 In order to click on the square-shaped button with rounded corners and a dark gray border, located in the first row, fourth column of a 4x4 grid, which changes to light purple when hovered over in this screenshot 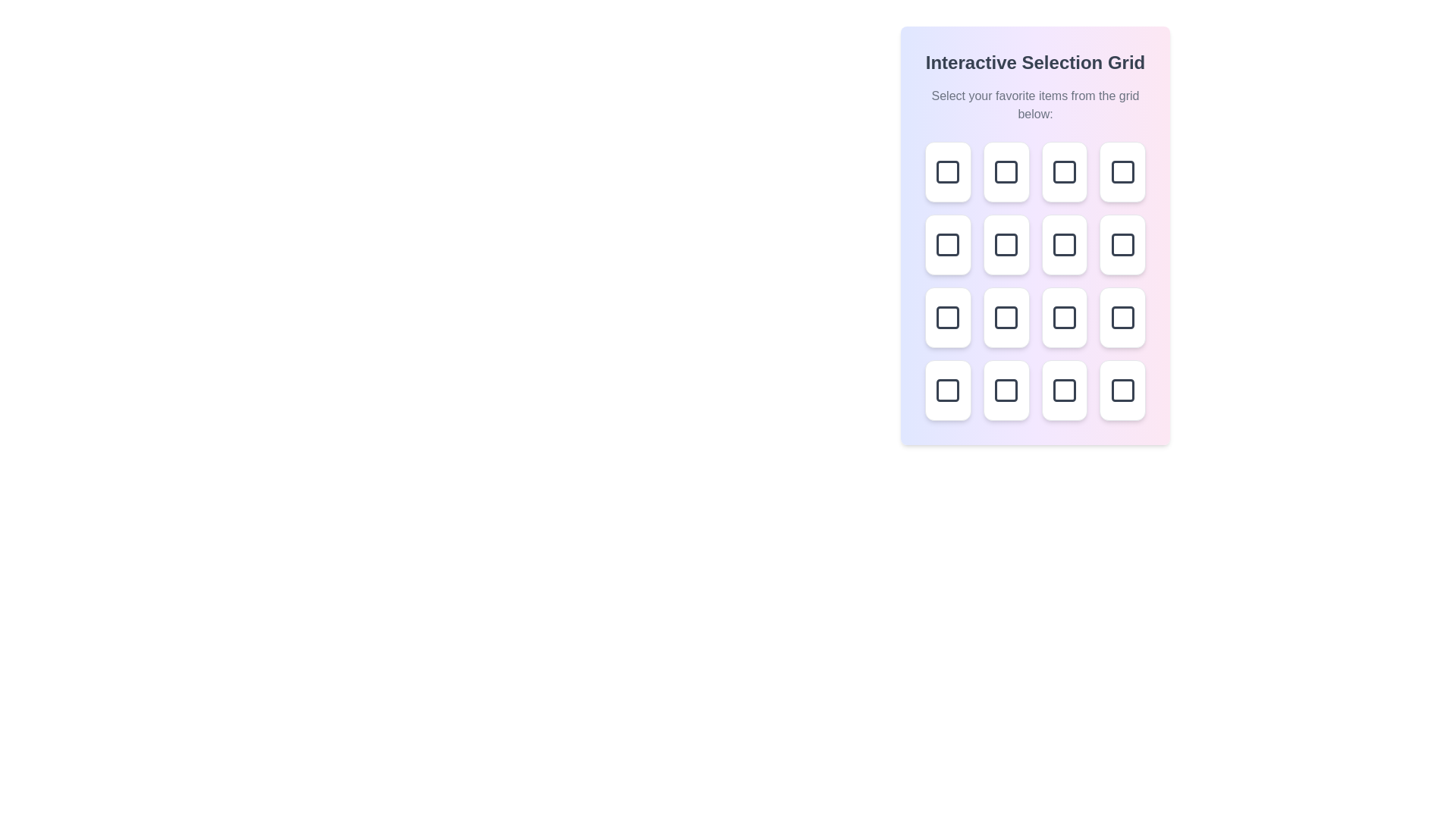, I will do `click(1122, 171)`.